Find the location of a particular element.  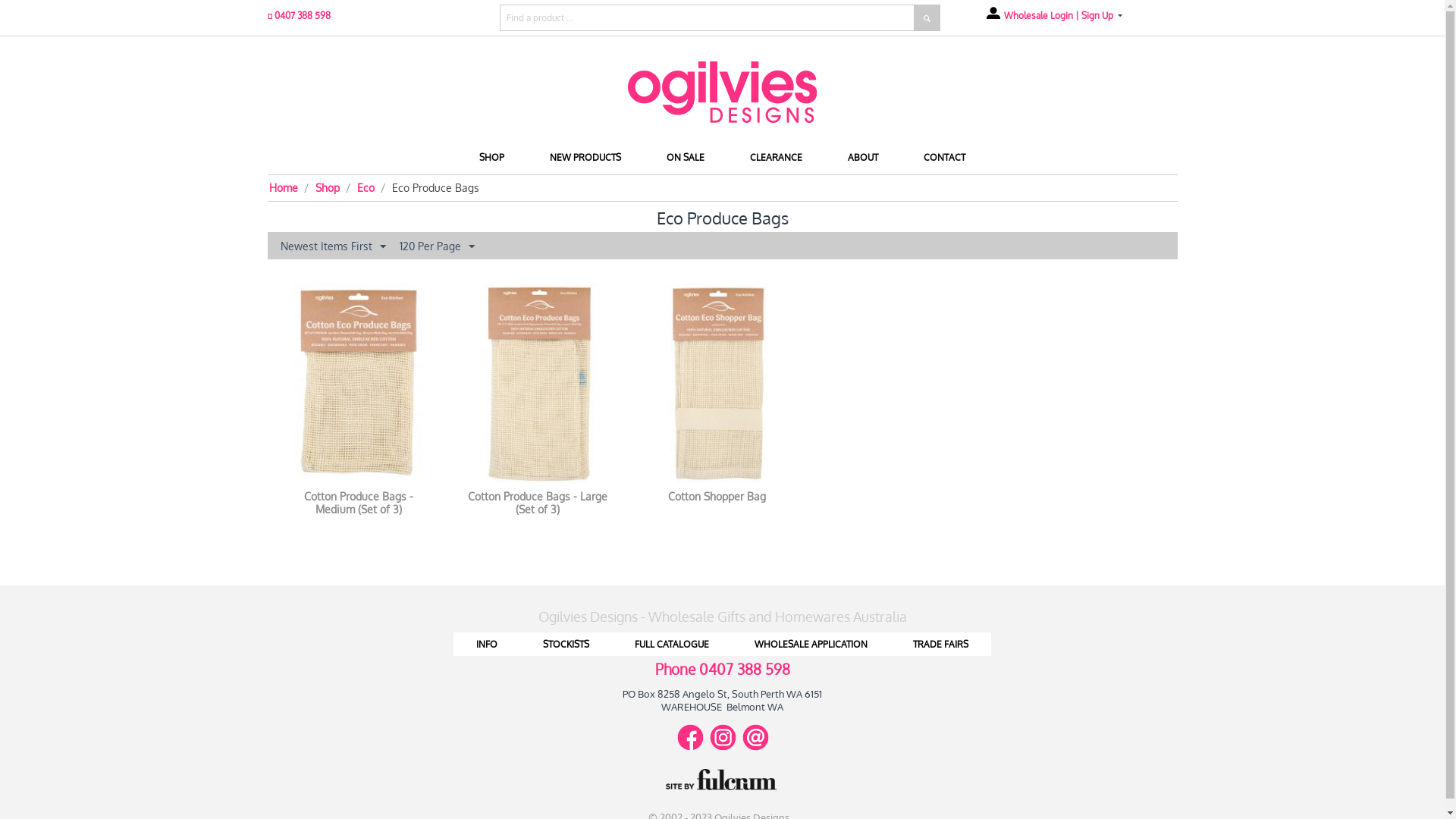

'ABOUT' is located at coordinates (862, 157).